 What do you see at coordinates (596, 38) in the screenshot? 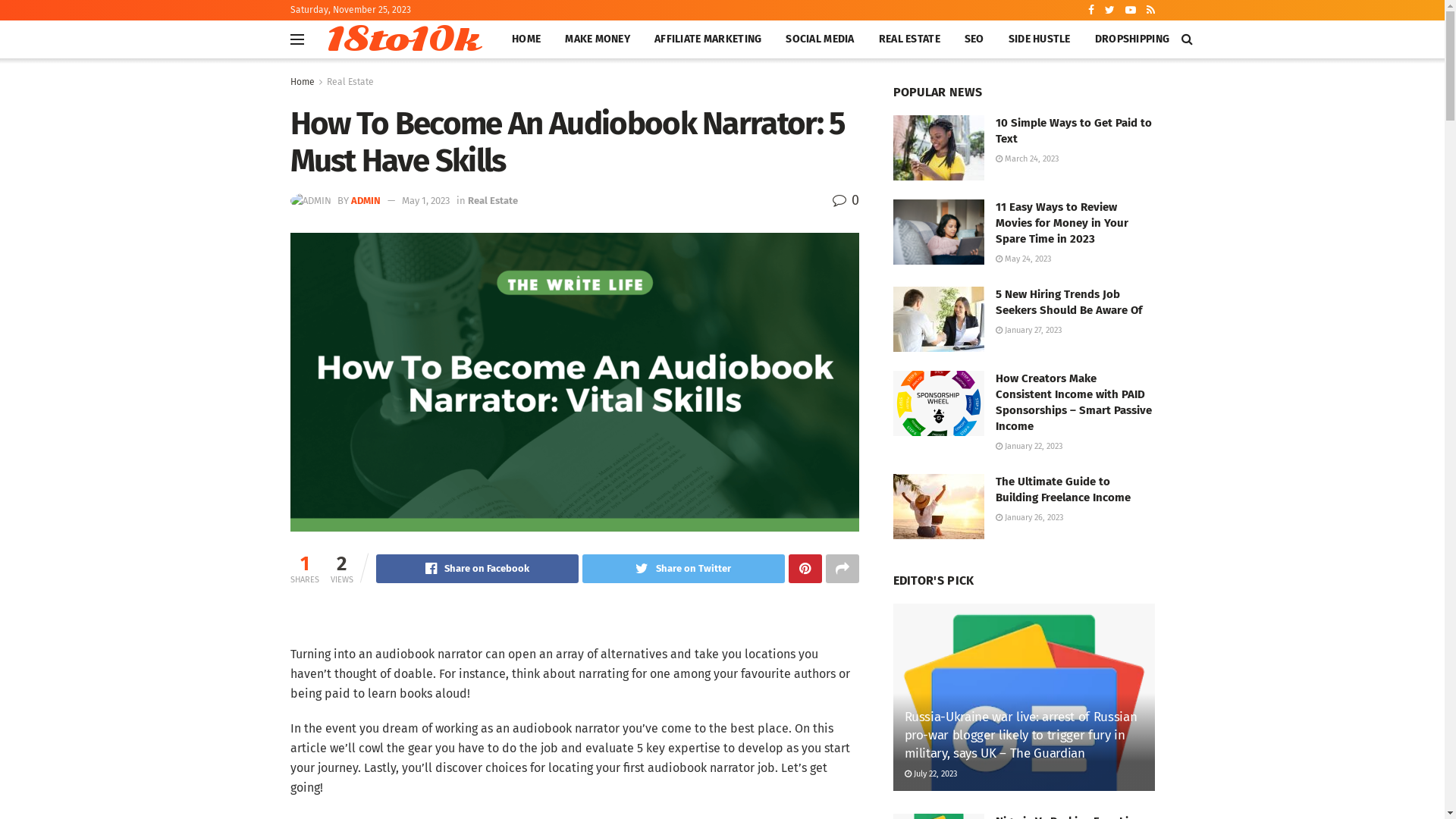
I see `'MAKE MONEY'` at bounding box center [596, 38].